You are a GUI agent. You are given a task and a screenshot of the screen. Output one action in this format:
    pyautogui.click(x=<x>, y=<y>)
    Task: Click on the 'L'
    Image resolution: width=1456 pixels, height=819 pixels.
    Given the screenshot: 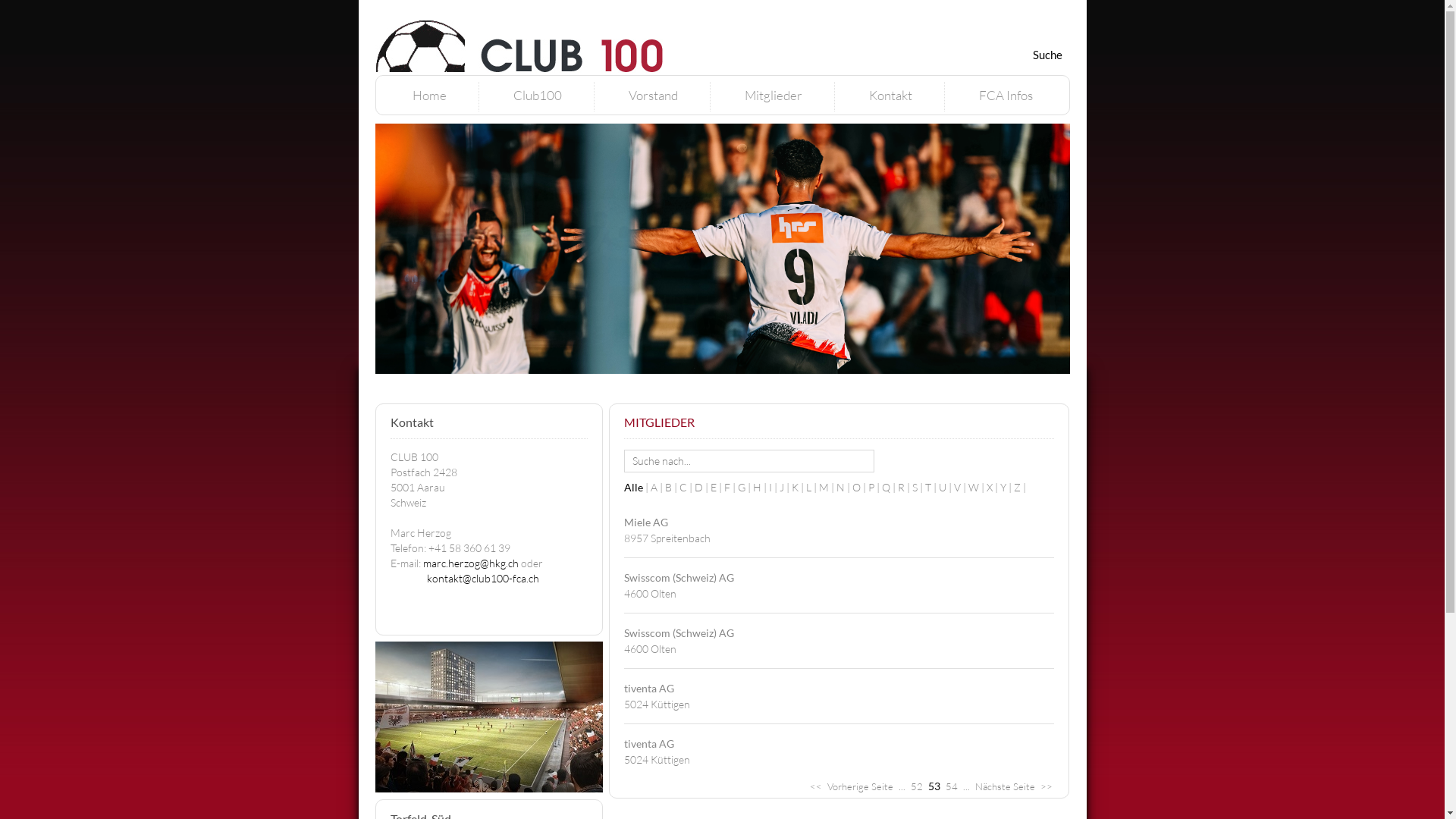 What is the action you would take?
    pyautogui.click(x=811, y=487)
    